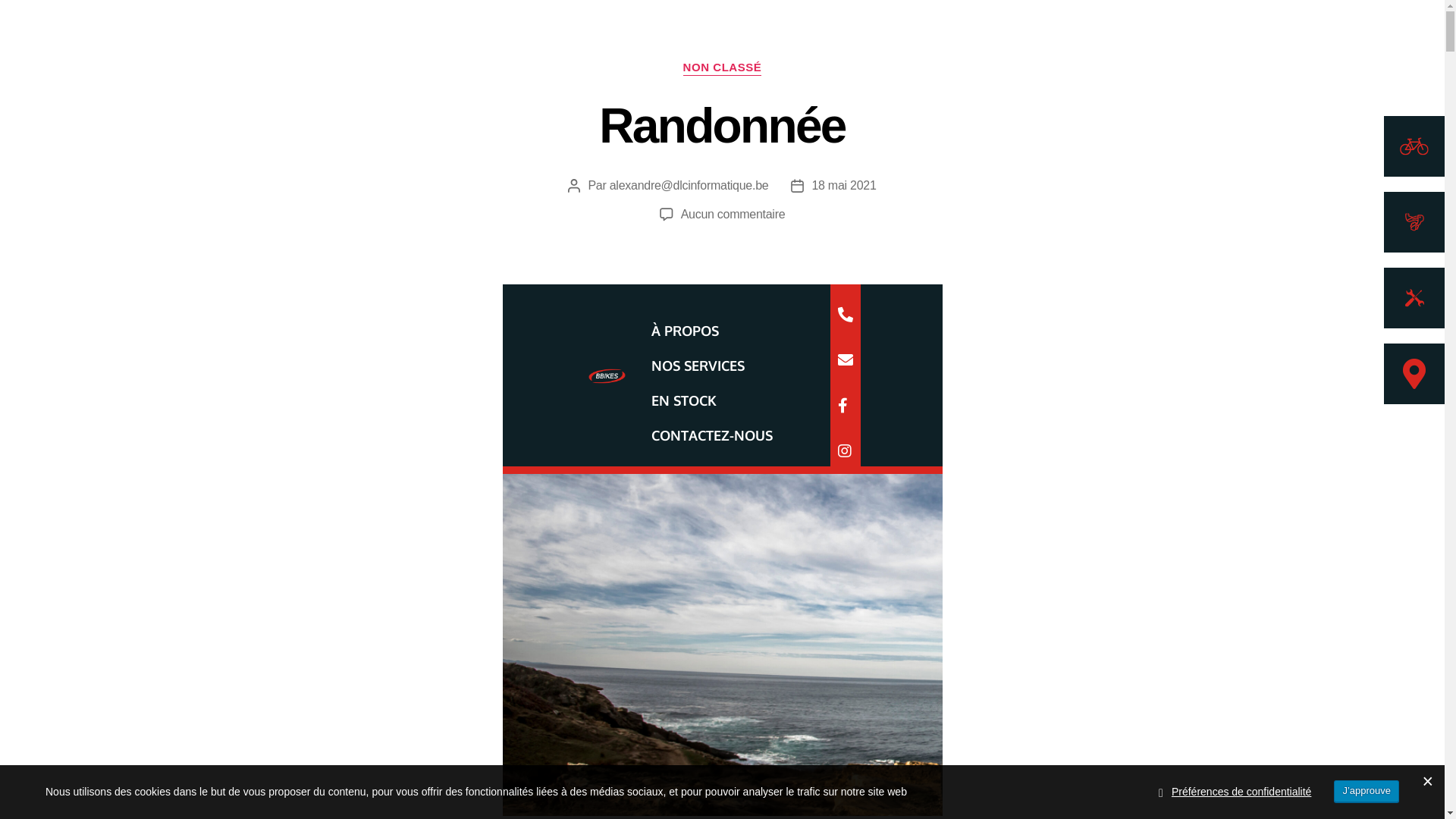  What do you see at coordinates (679, 214) in the screenshot?
I see `'Aucun commentaire'` at bounding box center [679, 214].